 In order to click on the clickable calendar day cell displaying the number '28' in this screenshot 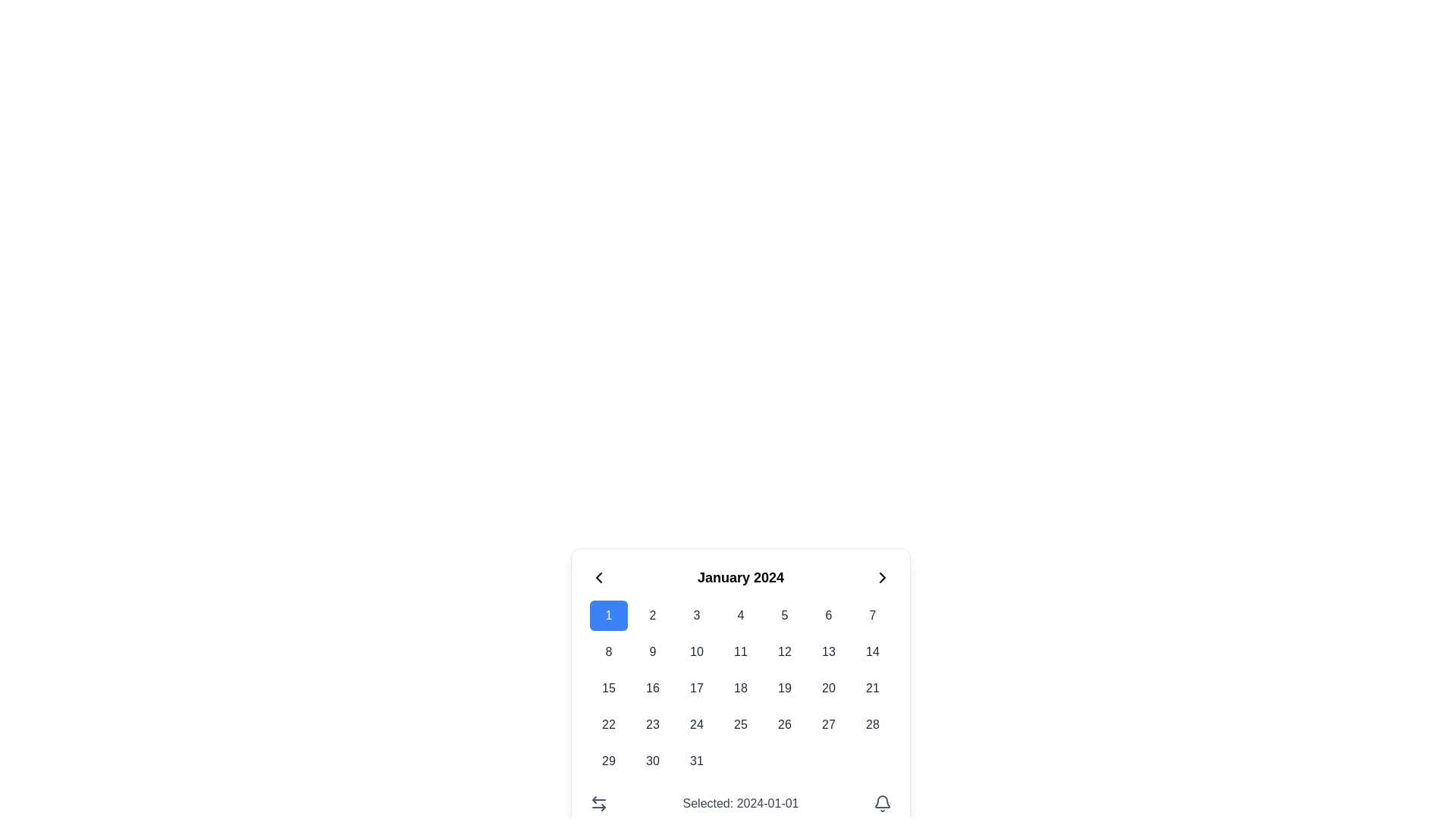, I will do `click(873, 724)`.